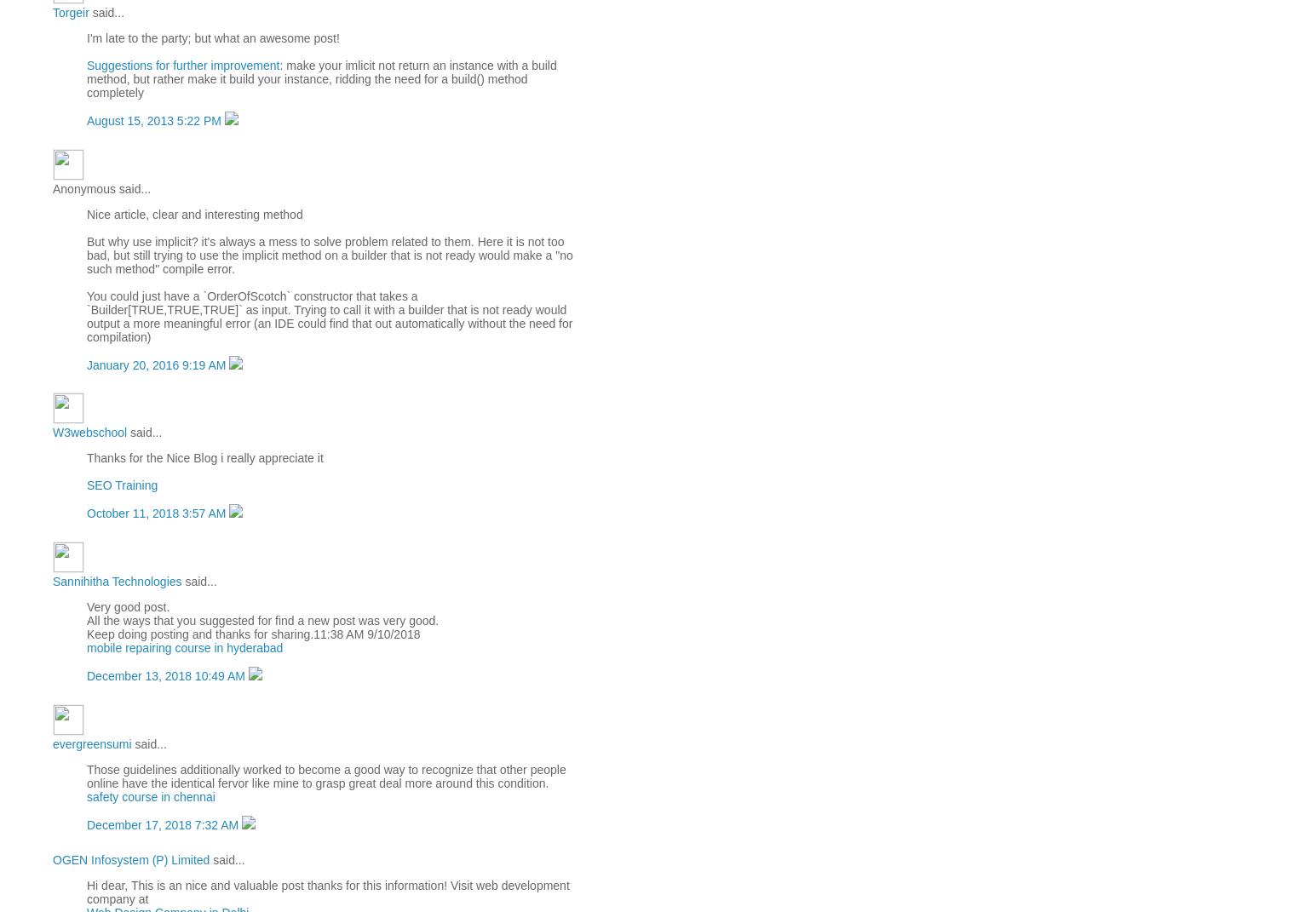 This screenshot has width=1316, height=912. I want to click on 'Suggestions for further improvement', so click(183, 64).